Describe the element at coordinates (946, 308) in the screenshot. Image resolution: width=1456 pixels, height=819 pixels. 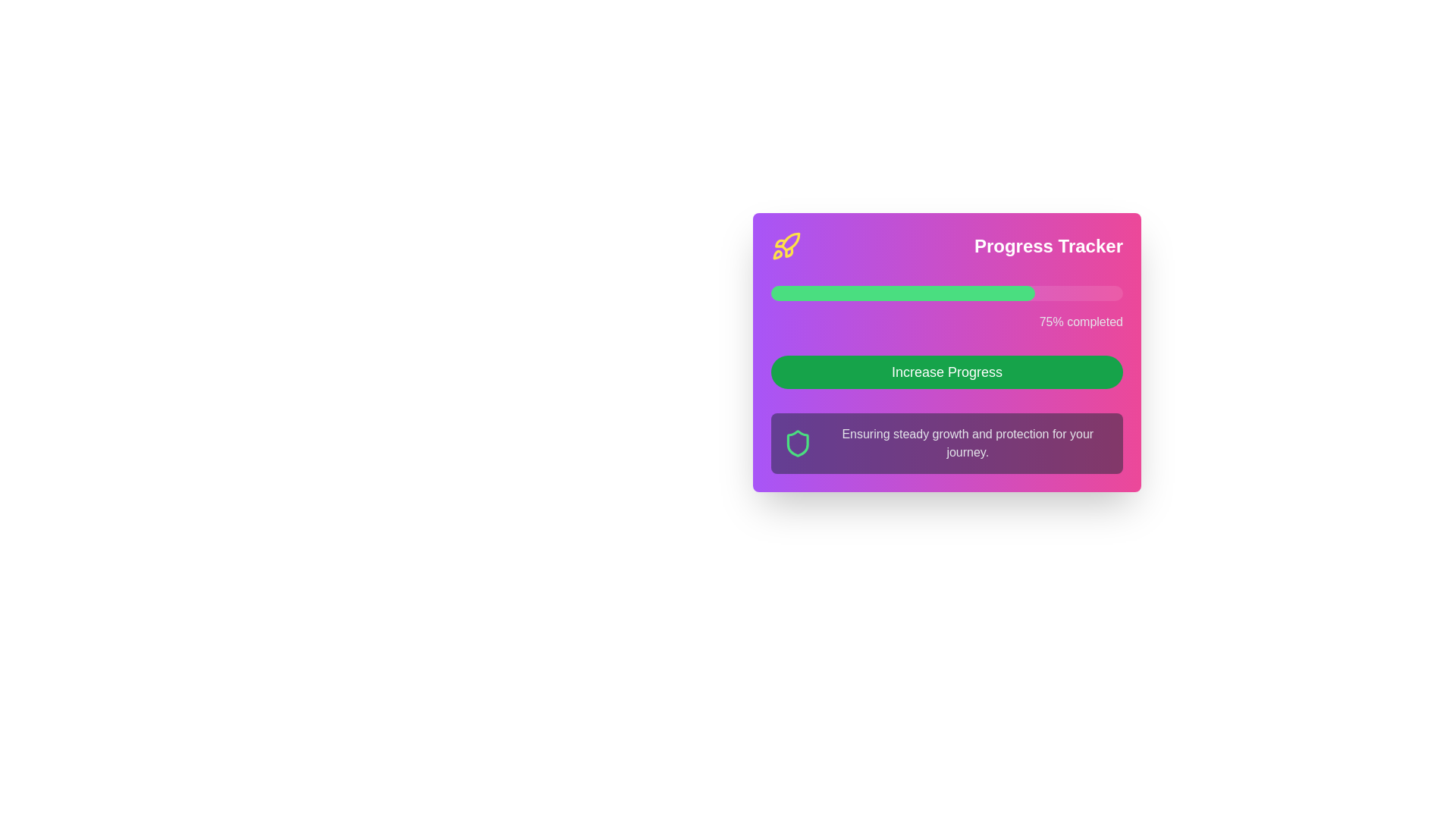
I see `progress percentage from the Progress bar with label located centrally beneath the 'Progress Tracker' title and above the 'Increase Progress' button` at that location.